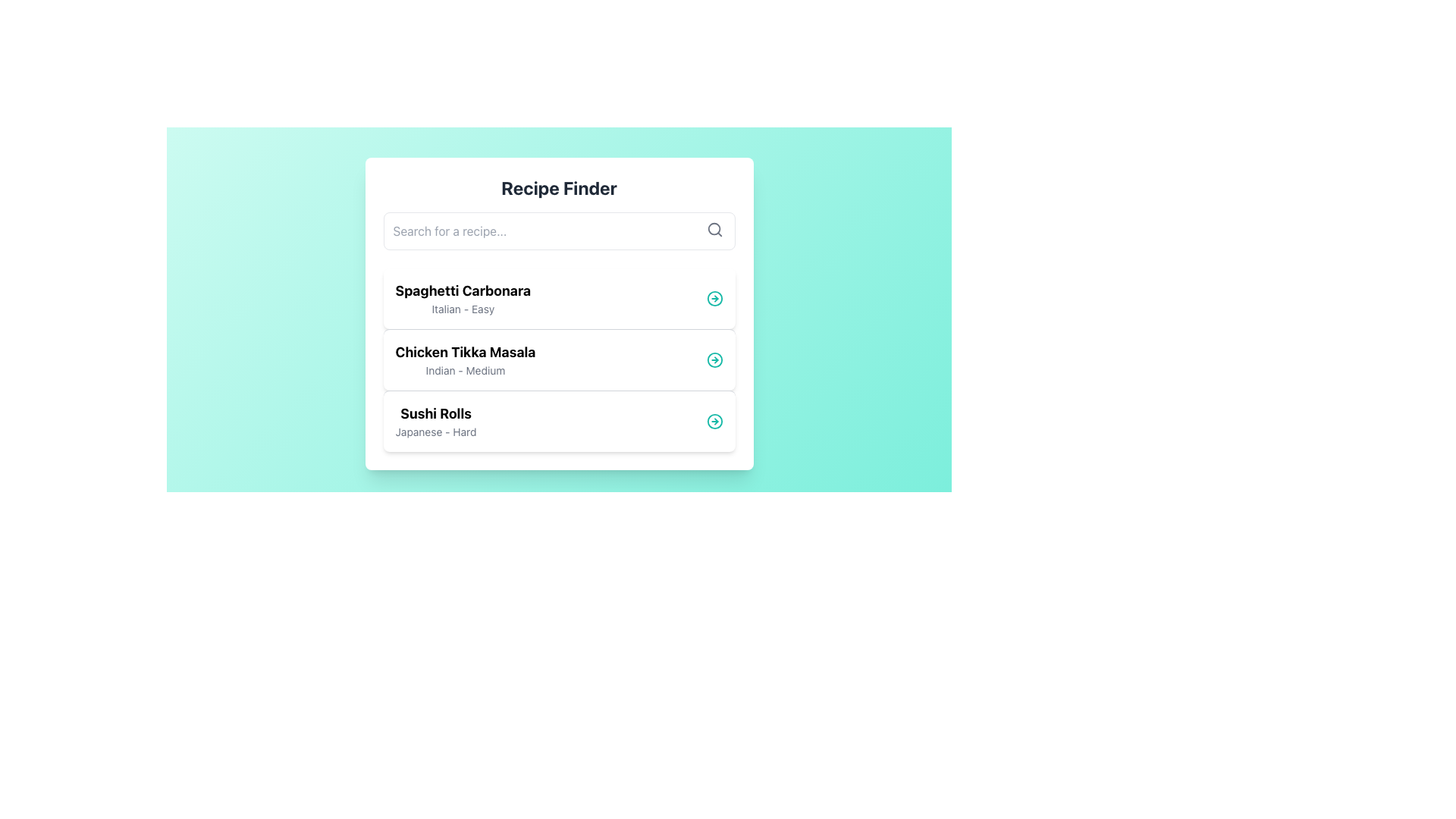  Describe the element at coordinates (714, 359) in the screenshot. I see `the circular icon button with a rightward arrow, located to the right of 'Chicken Tikka Masala'` at that location.